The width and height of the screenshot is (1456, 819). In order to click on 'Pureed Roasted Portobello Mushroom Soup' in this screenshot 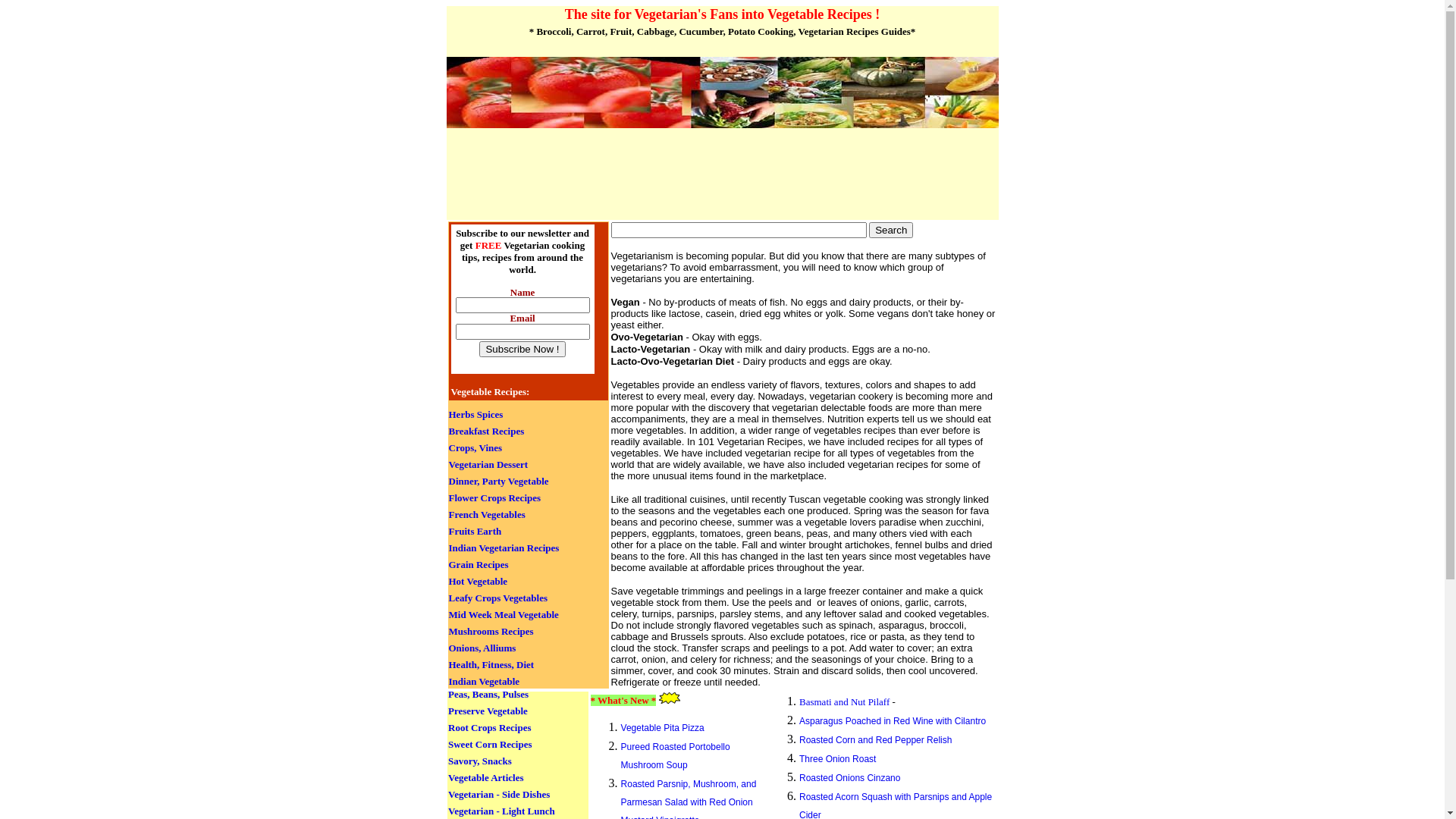, I will do `click(675, 755)`.